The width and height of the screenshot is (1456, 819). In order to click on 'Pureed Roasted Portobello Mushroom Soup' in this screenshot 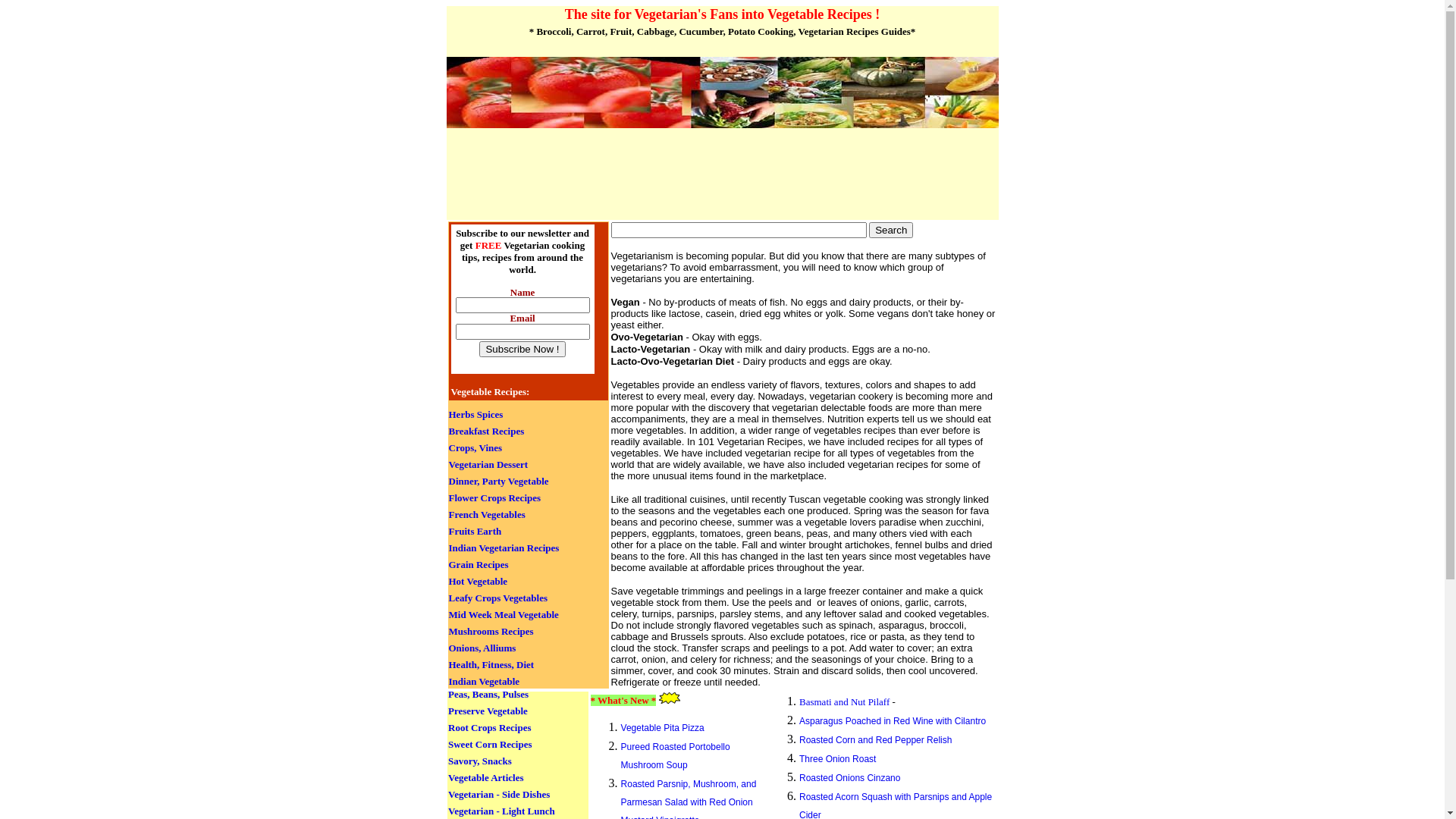, I will do `click(675, 755)`.